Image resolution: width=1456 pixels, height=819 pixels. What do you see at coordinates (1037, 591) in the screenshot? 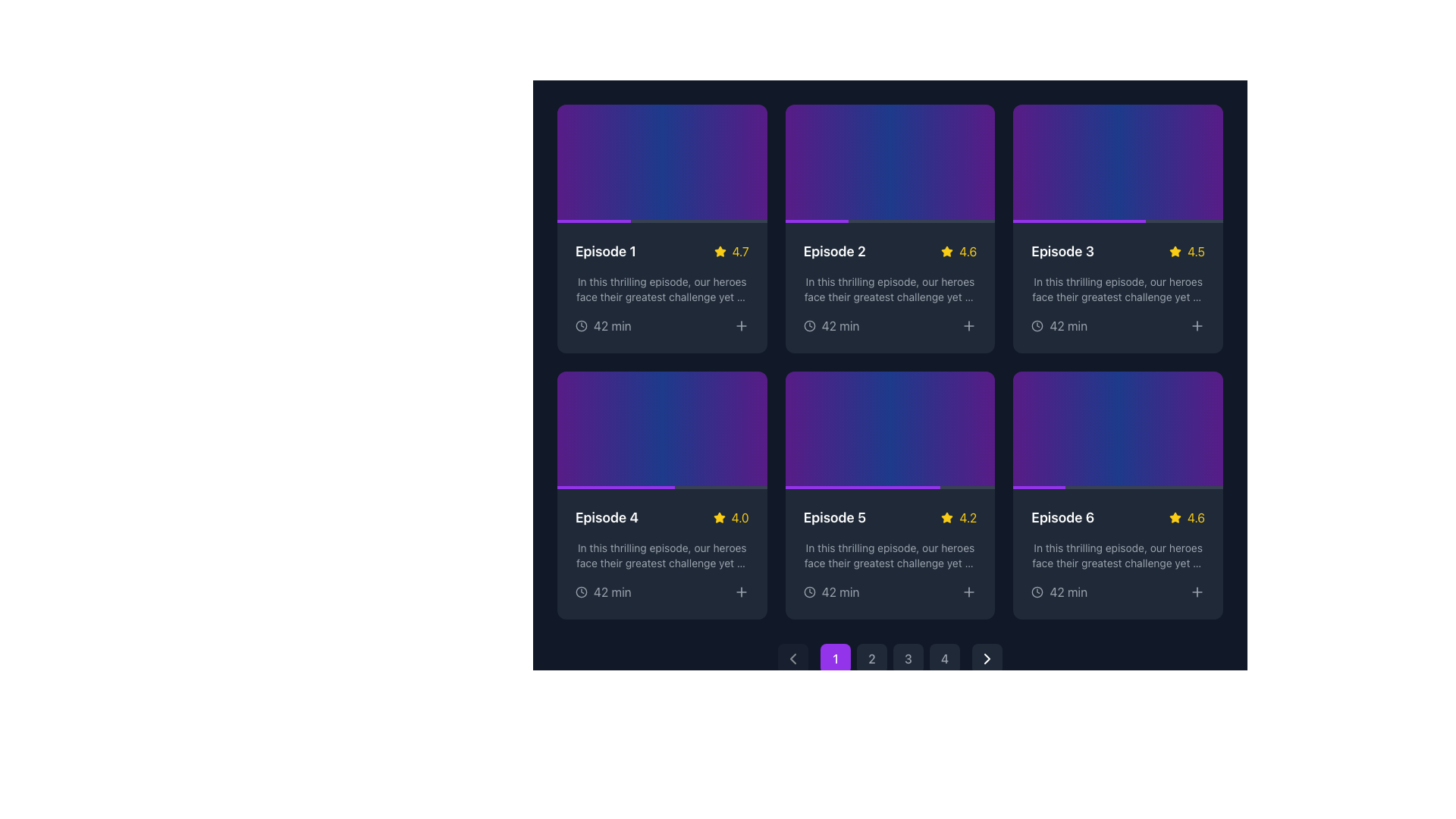
I see `the clock icon located in the bottom-right area of the grid item for Episode 6, which is part of a smaller interface group and marked by a grayish stroke color` at bounding box center [1037, 591].